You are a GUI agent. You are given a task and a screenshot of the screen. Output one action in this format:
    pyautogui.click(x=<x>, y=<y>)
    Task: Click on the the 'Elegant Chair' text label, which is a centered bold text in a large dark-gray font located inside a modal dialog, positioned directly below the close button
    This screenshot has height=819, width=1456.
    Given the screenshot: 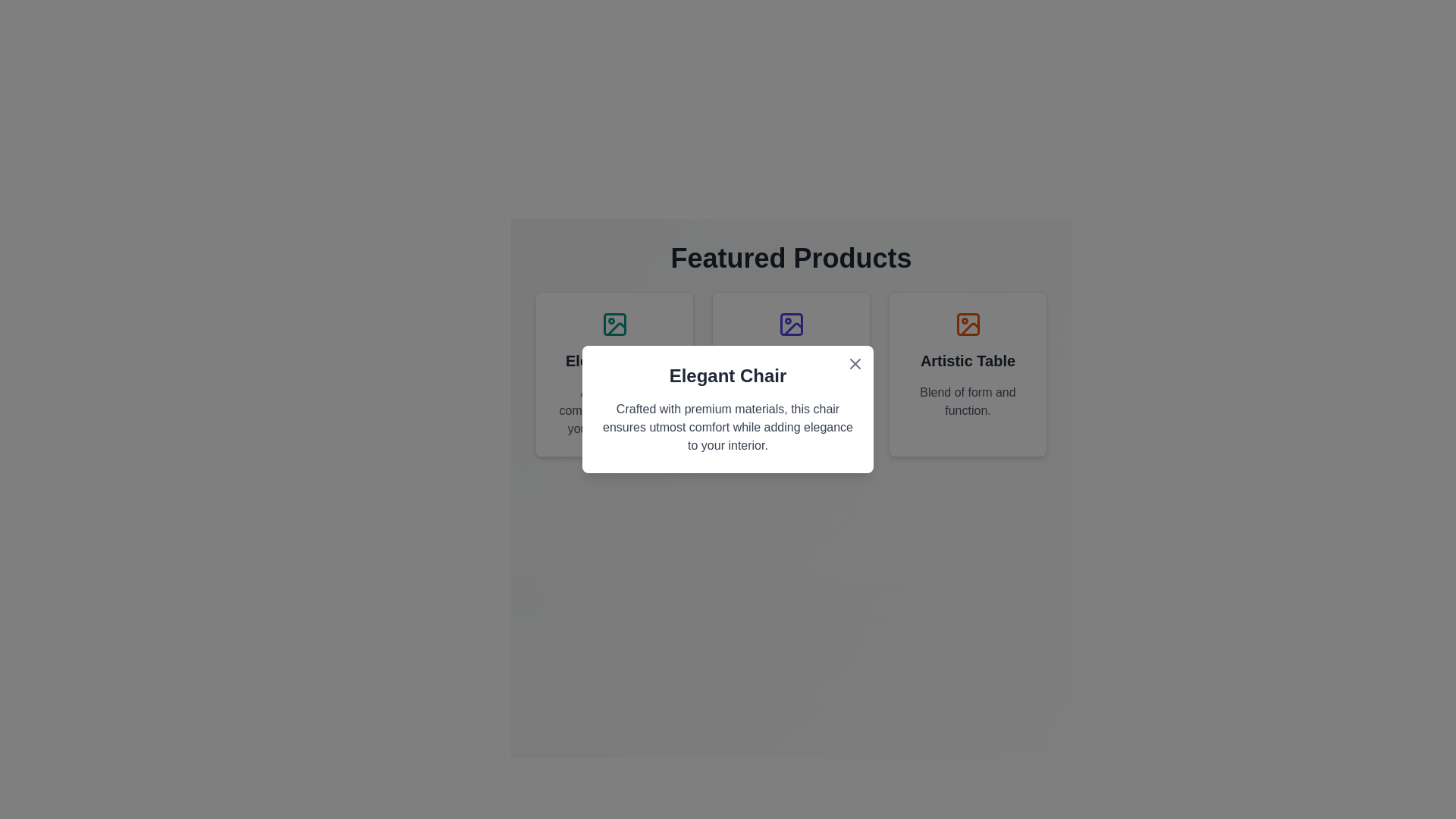 What is the action you would take?
    pyautogui.click(x=728, y=375)
    